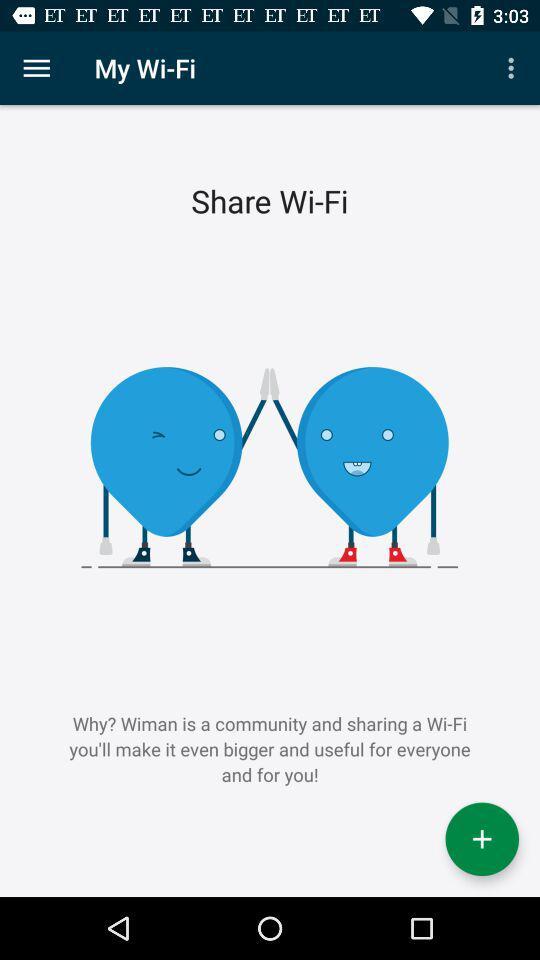 The image size is (540, 960). What do you see at coordinates (481, 839) in the screenshot?
I see `network` at bounding box center [481, 839].